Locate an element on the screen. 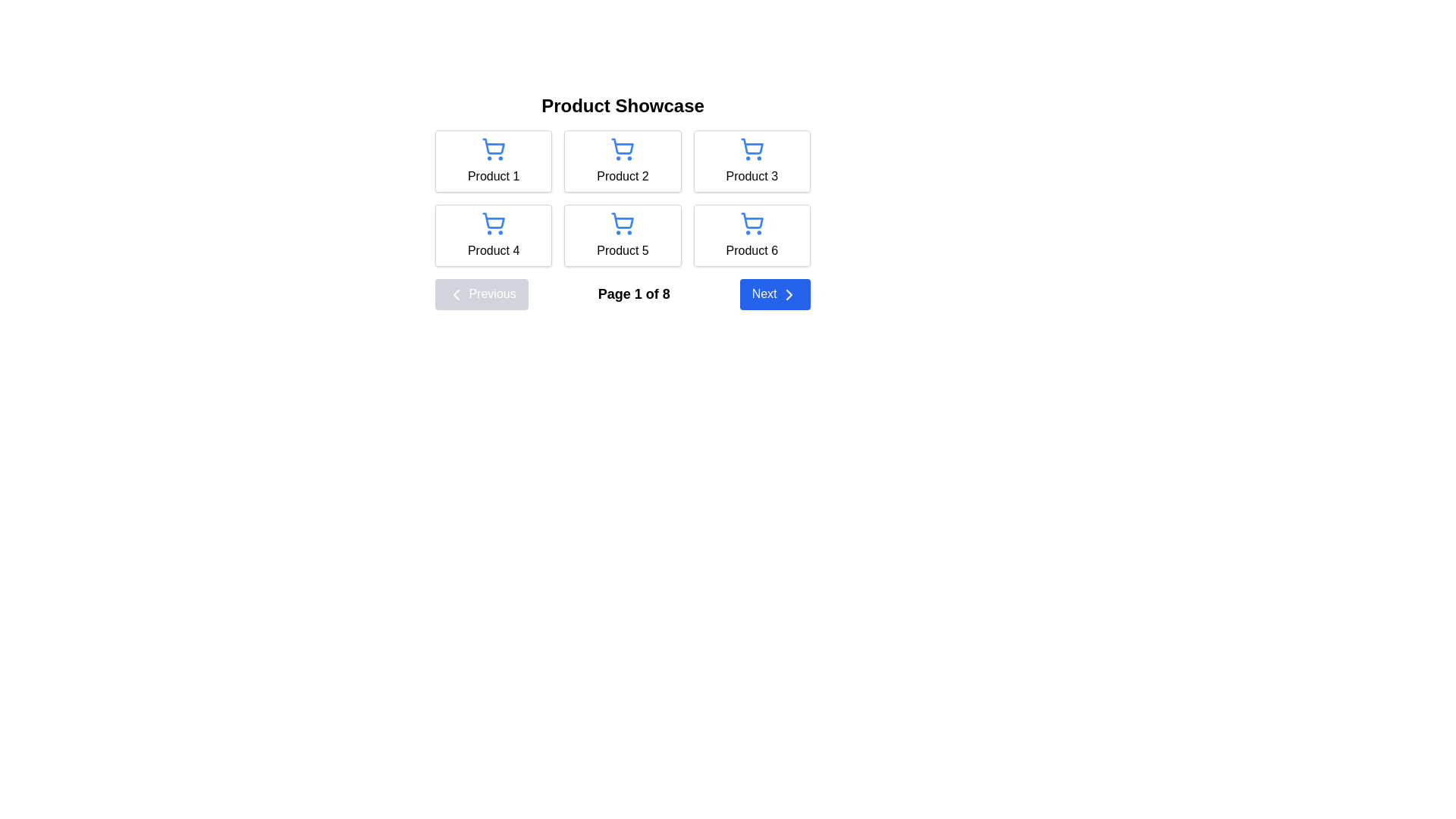 The image size is (1456, 819). the shopping cart icon, which is styled in blue and located within the button interface labeled 'Product 5' in the second row, middle column of the 'Product Showcase' section is located at coordinates (623, 221).